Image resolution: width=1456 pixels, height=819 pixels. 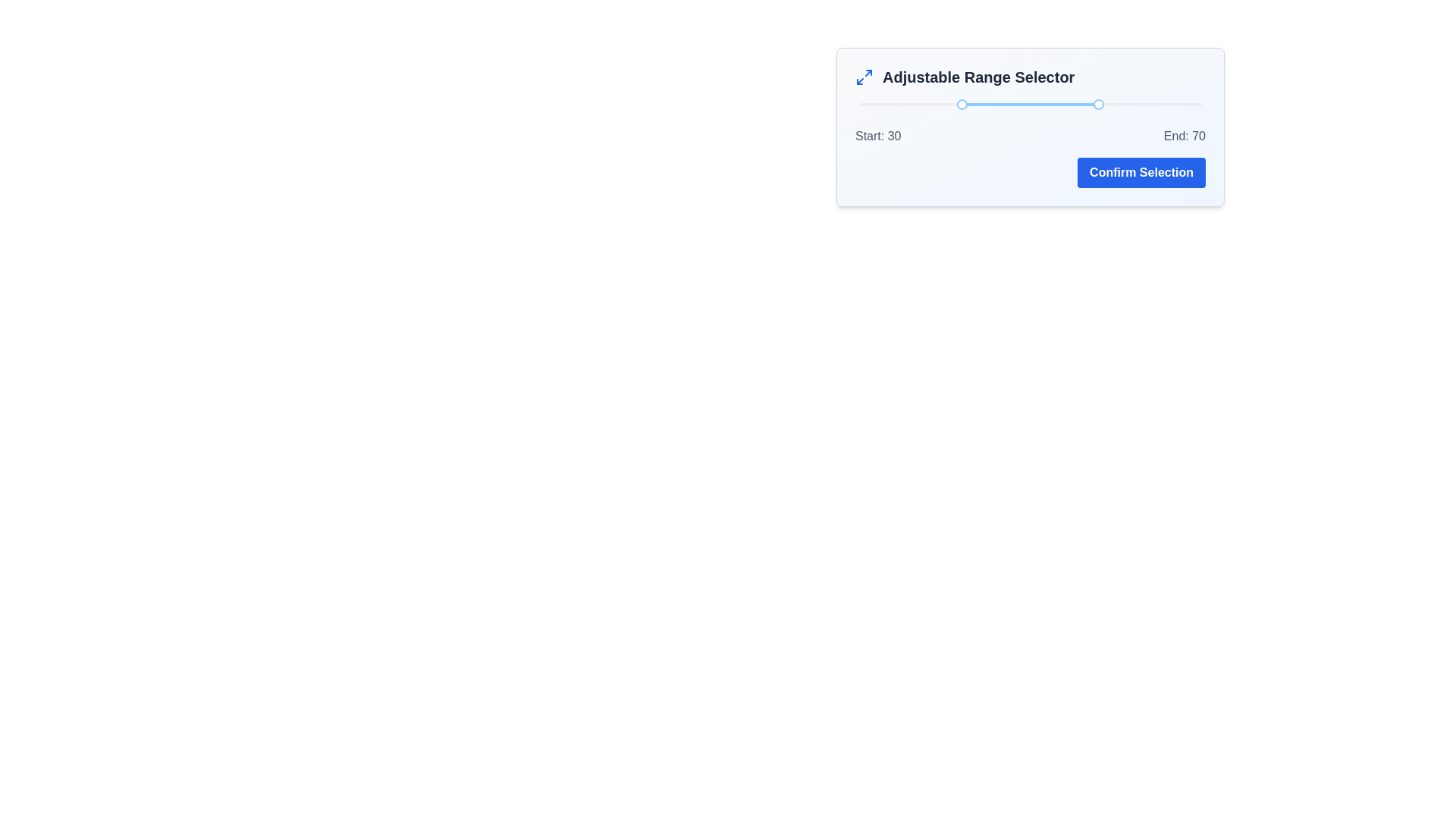 I want to click on the slider, so click(x=1060, y=104).